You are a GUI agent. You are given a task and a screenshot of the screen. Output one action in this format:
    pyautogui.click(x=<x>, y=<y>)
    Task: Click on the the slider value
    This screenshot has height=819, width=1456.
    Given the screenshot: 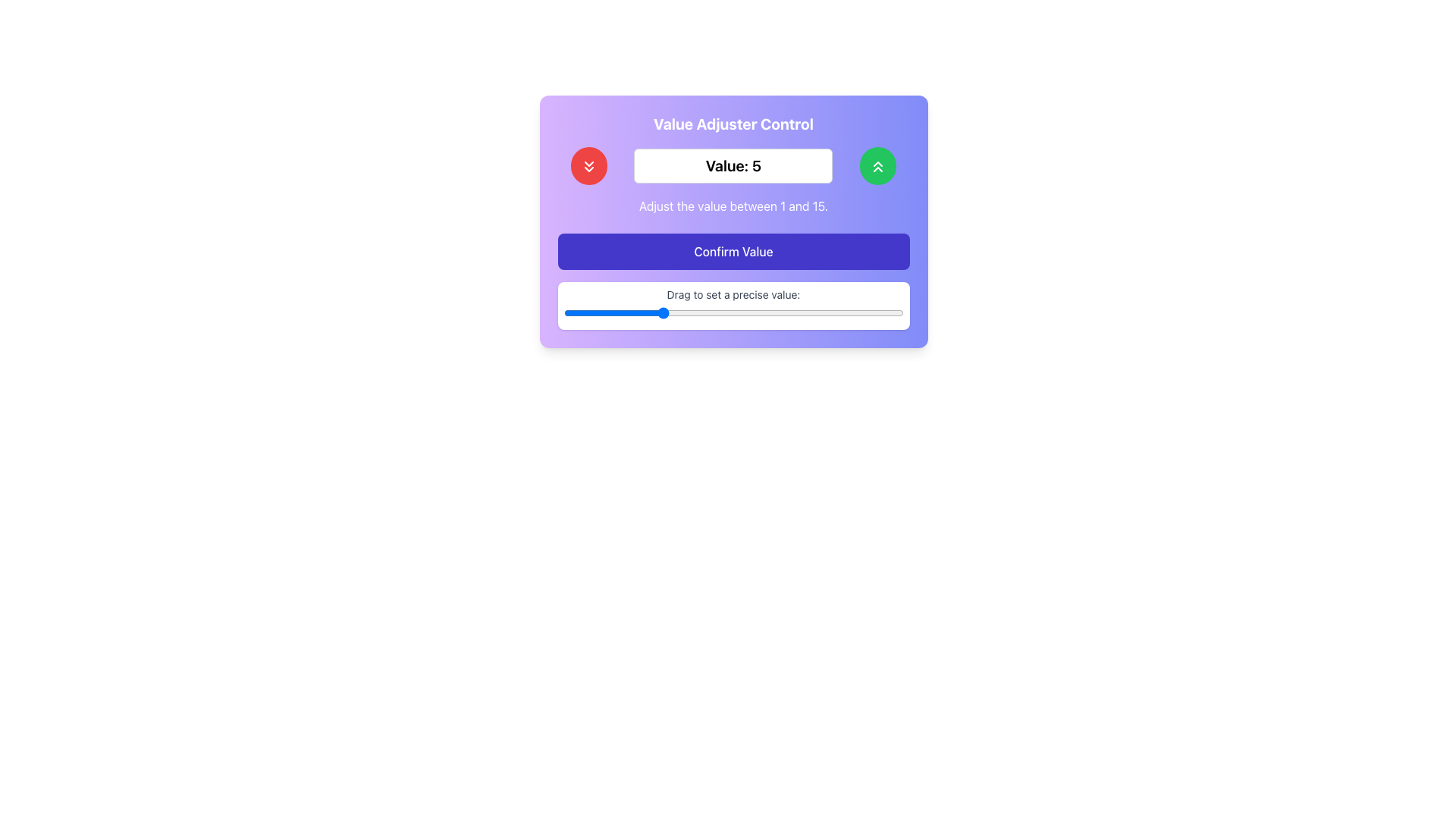 What is the action you would take?
    pyautogui.click(x=733, y=312)
    